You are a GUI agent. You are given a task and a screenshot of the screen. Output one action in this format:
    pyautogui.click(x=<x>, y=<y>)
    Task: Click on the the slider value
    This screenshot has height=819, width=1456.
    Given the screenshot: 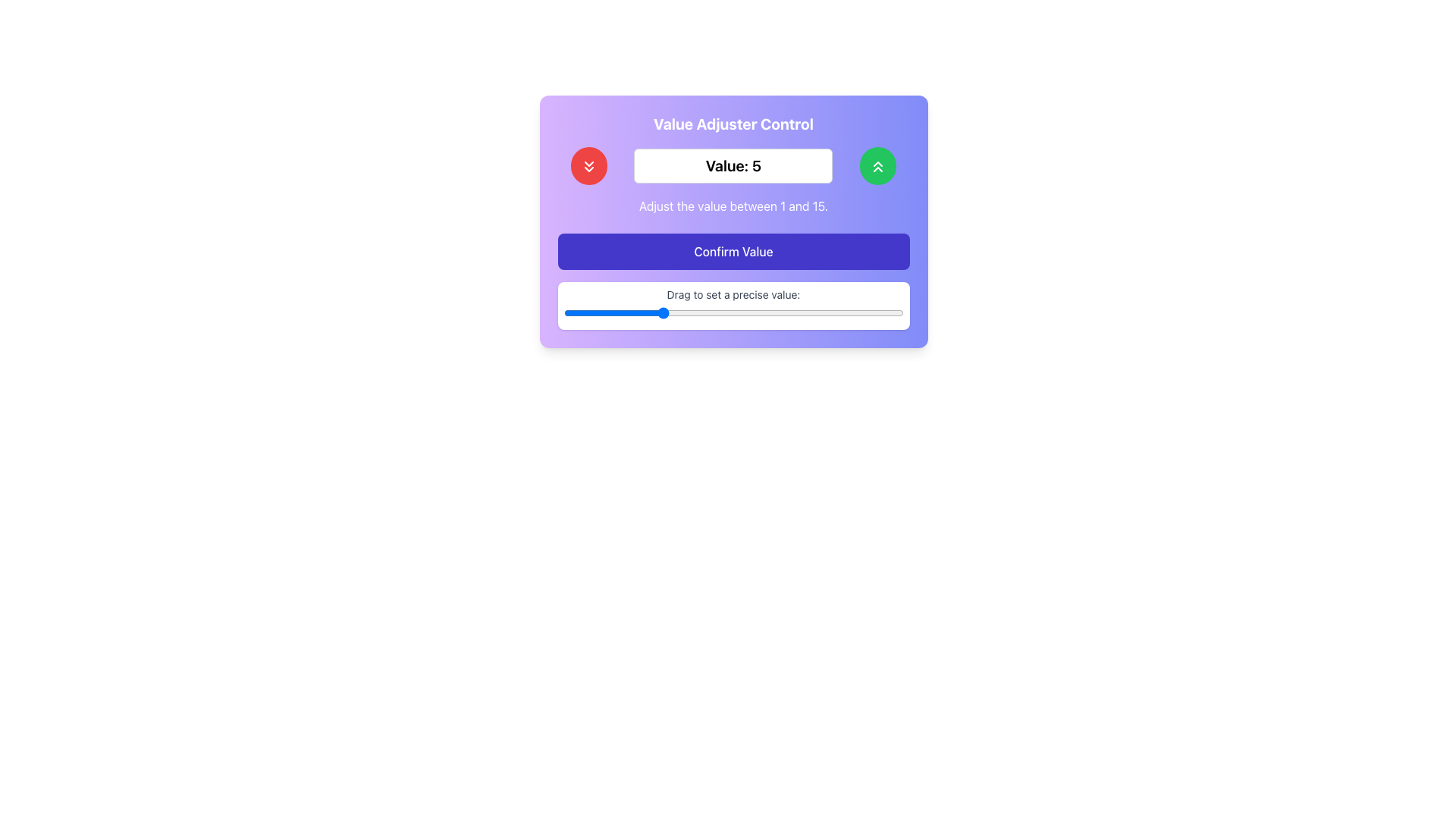 What is the action you would take?
    pyautogui.click(x=733, y=312)
    